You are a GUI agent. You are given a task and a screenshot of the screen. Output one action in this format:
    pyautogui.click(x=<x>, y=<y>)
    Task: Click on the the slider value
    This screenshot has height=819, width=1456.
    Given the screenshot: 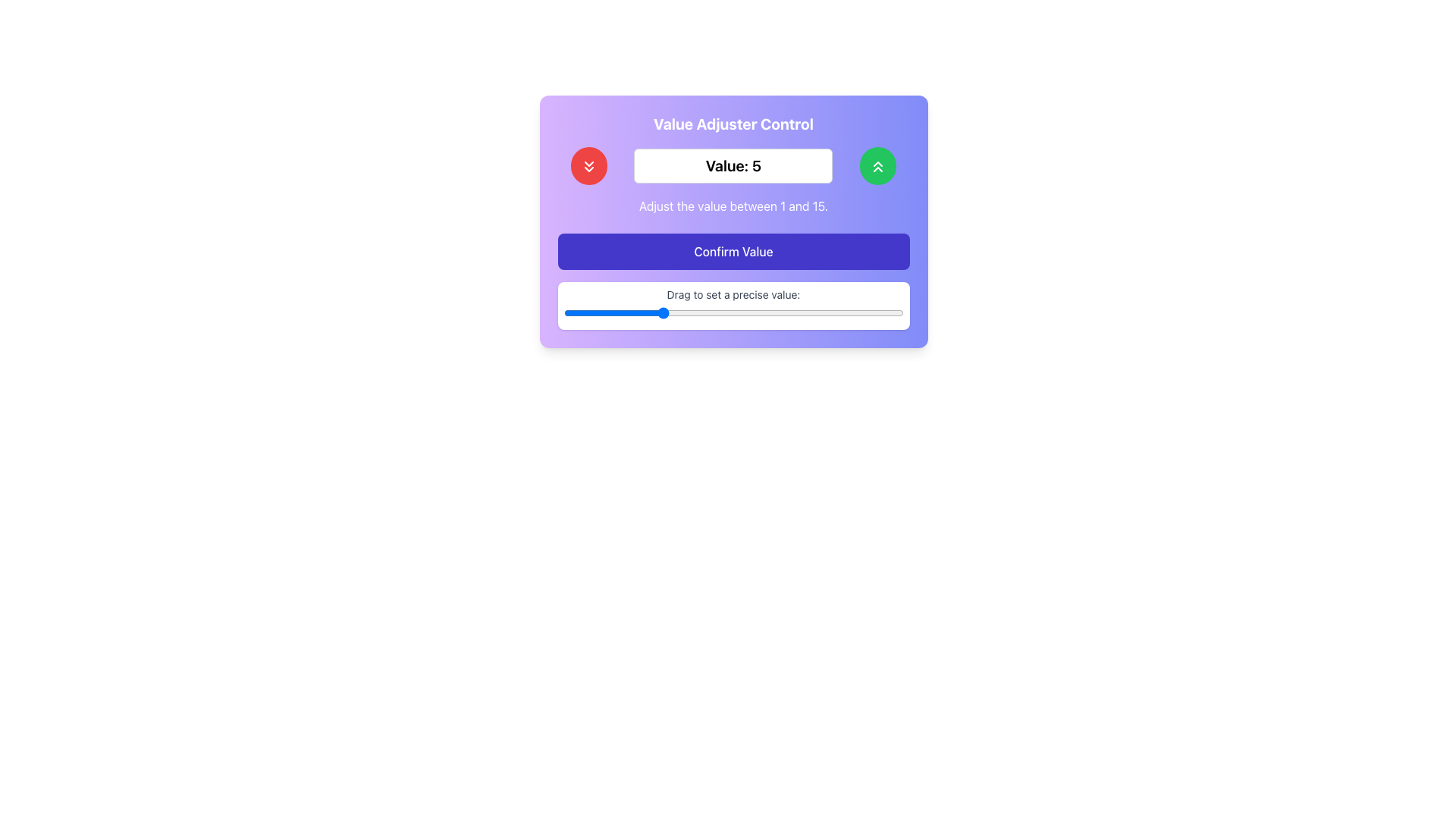 What is the action you would take?
    pyautogui.click(x=733, y=312)
    